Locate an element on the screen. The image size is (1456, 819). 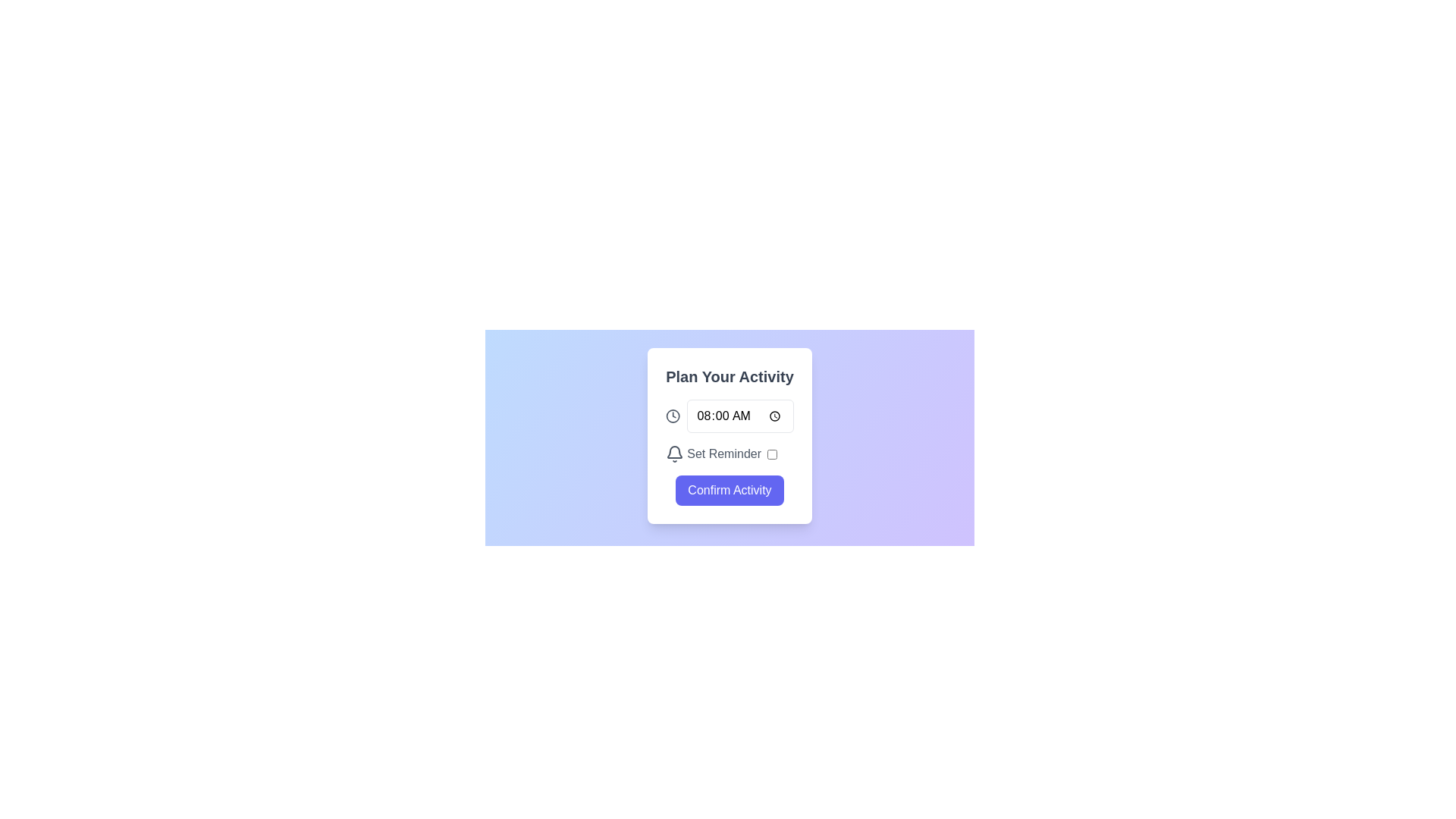
the bell icon indicating notification functionality, which is positioned to the left of the 'Set Reminder' text is located at coordinates (674, 453).